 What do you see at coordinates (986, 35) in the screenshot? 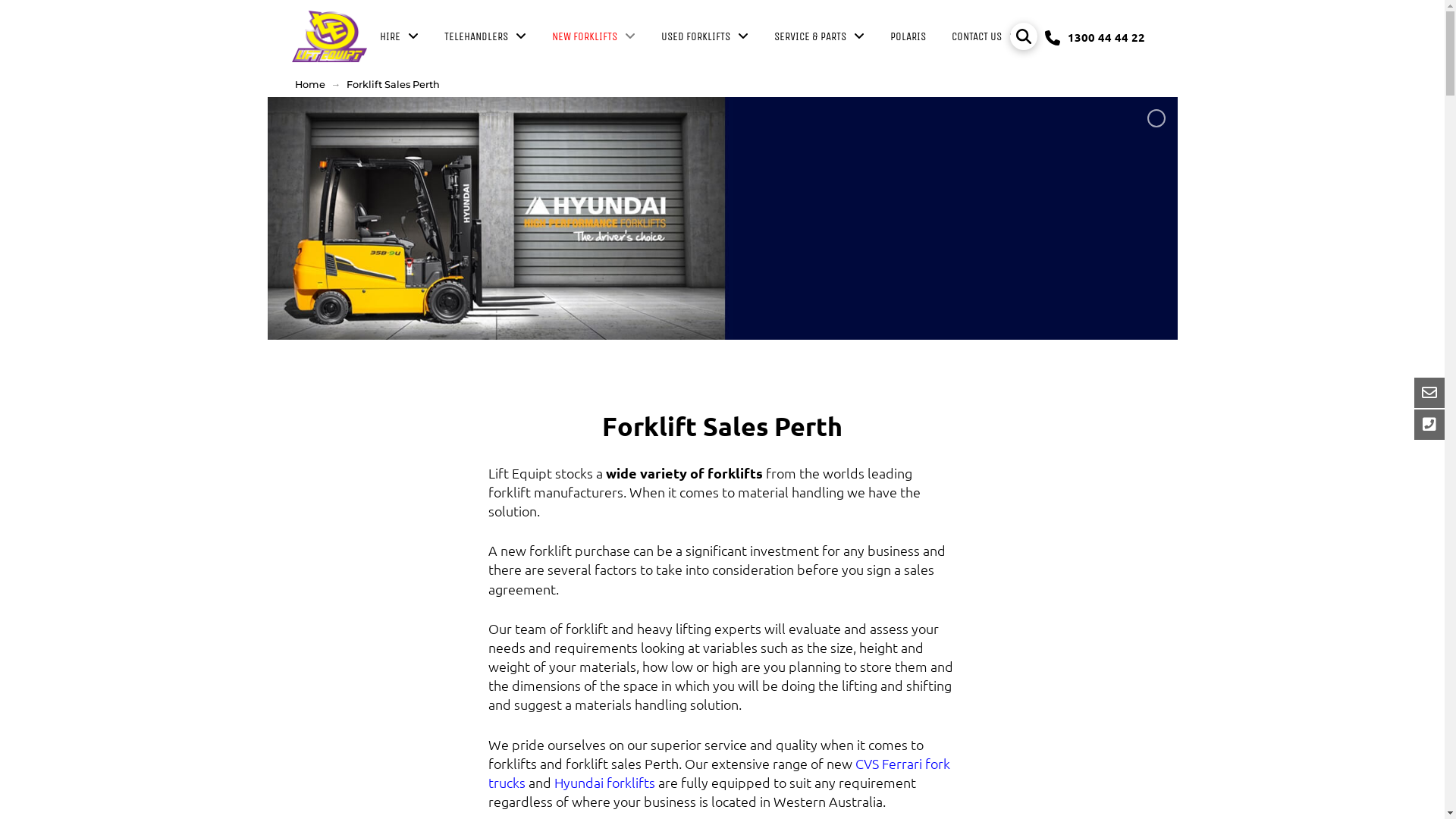
I see `'CONTACT US'` at bounding box center [986, 35].